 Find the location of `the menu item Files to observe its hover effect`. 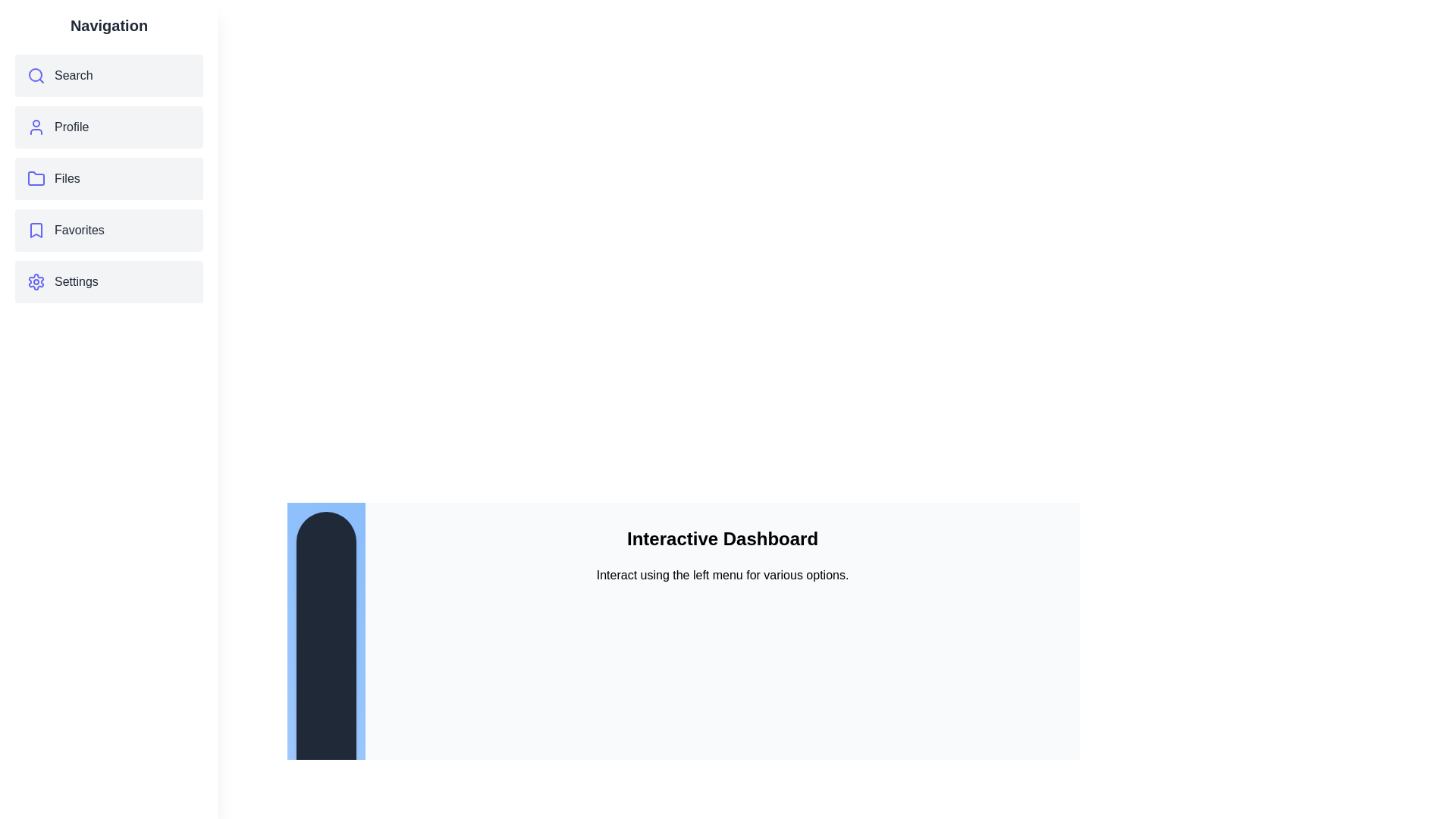

the menu item Files to observe its hover effect is located at coordinates (108, 177).